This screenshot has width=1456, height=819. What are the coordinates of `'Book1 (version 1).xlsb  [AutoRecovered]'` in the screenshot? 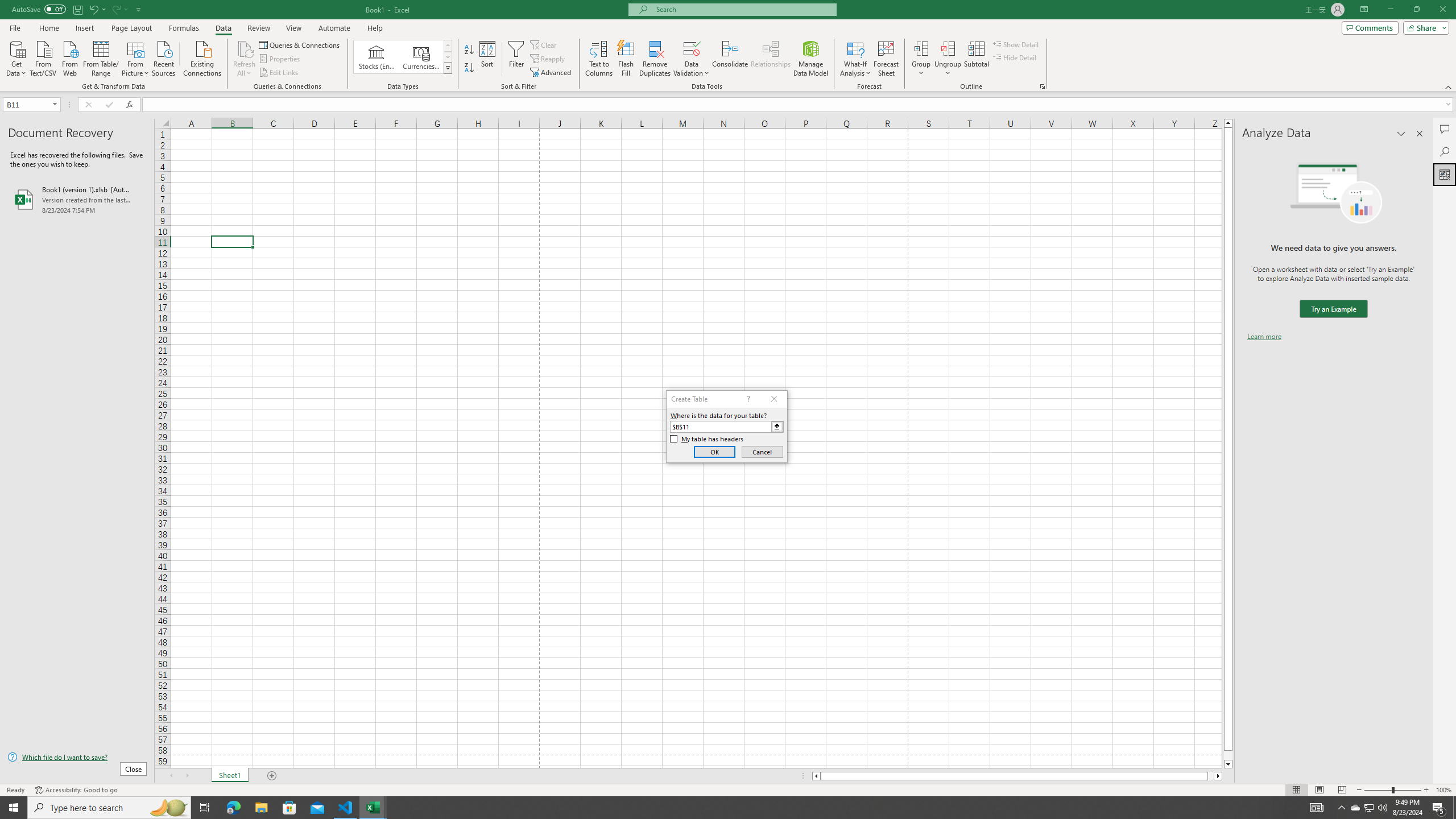 It's located at (76, 198).